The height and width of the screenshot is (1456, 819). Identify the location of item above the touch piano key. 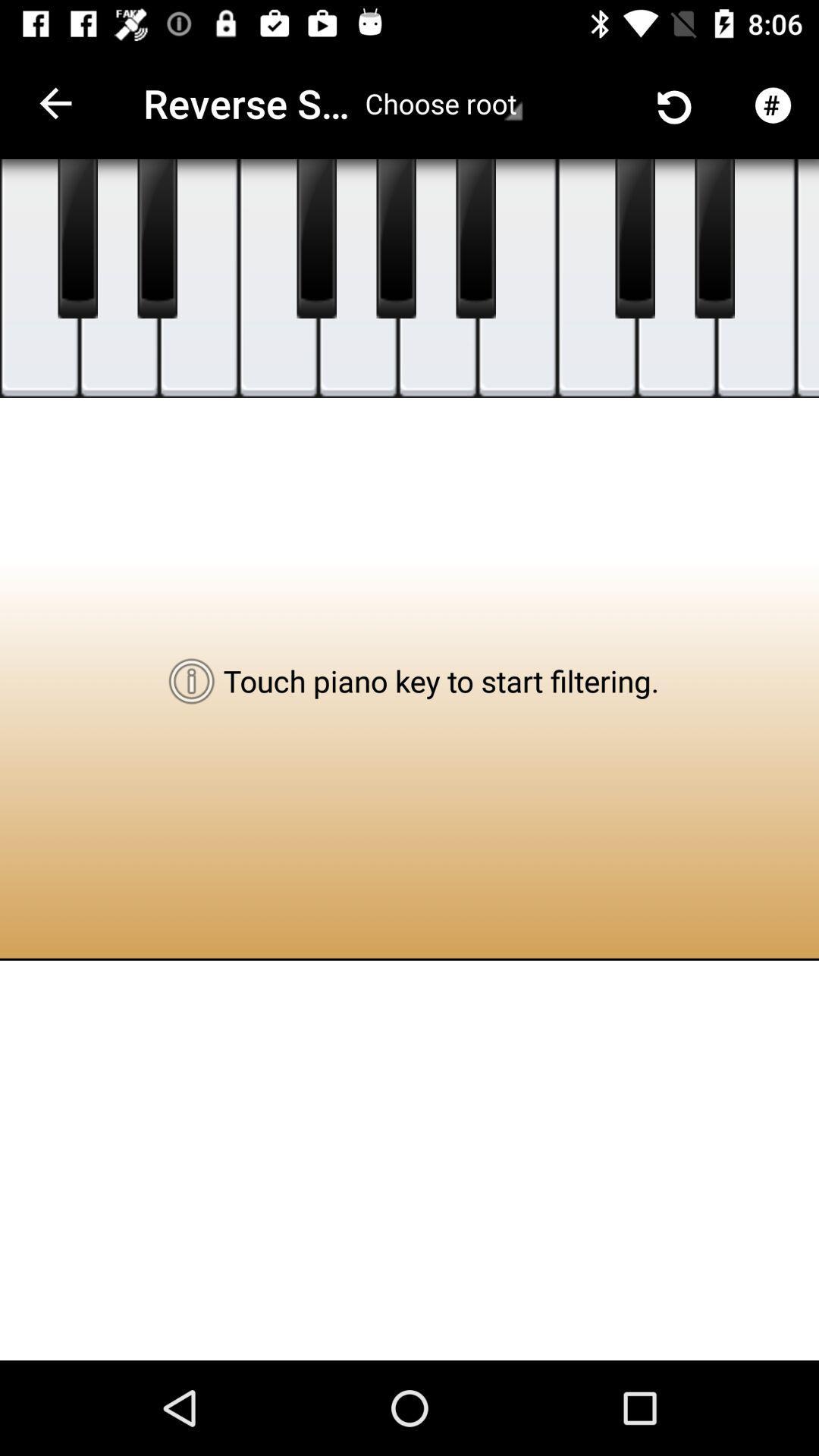
(358, 278).